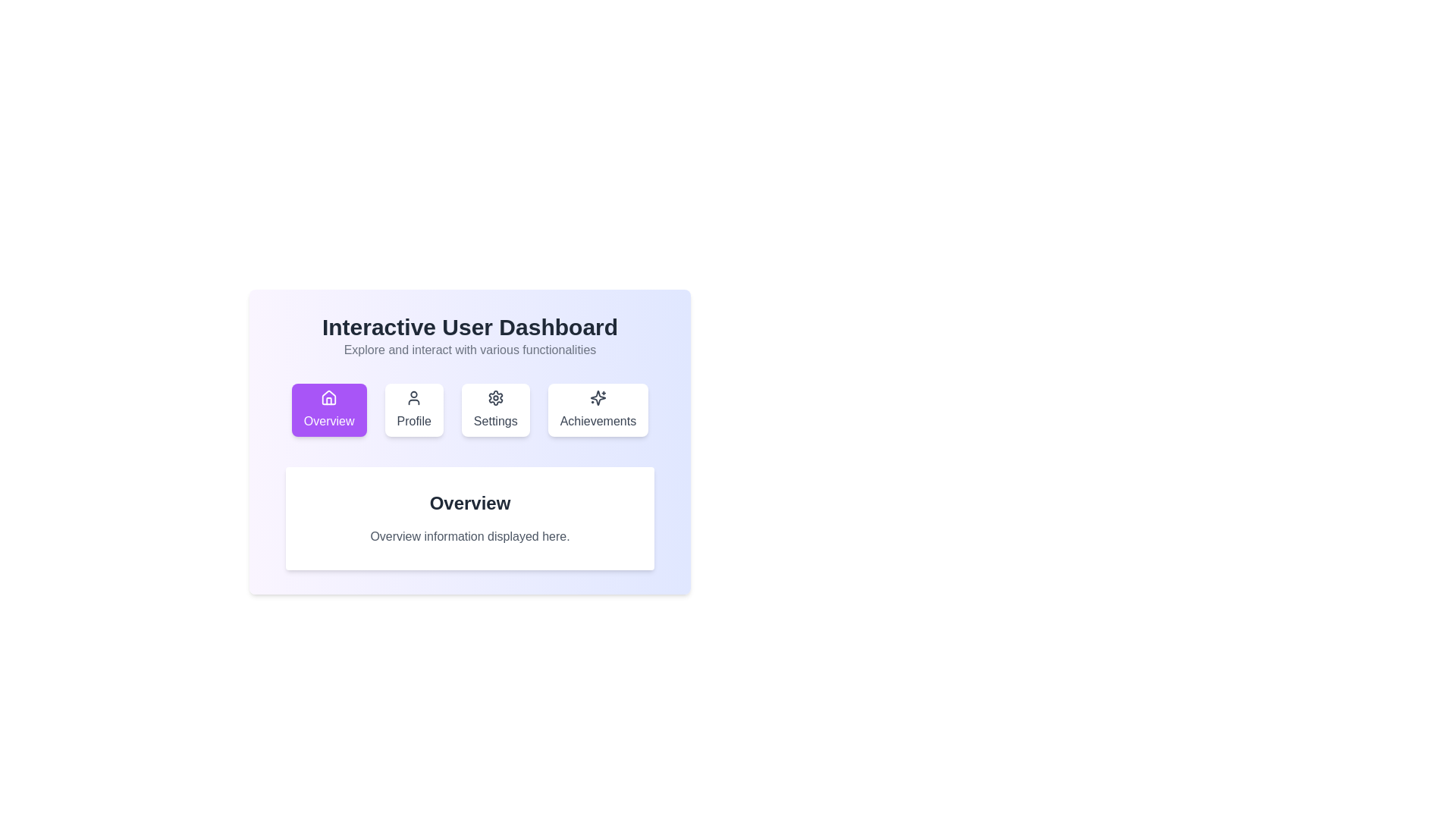 This screenshot has width=1456, height=819. I want to click on the 'Overview' header text, which is bold and dark gray, so click(469, 503).